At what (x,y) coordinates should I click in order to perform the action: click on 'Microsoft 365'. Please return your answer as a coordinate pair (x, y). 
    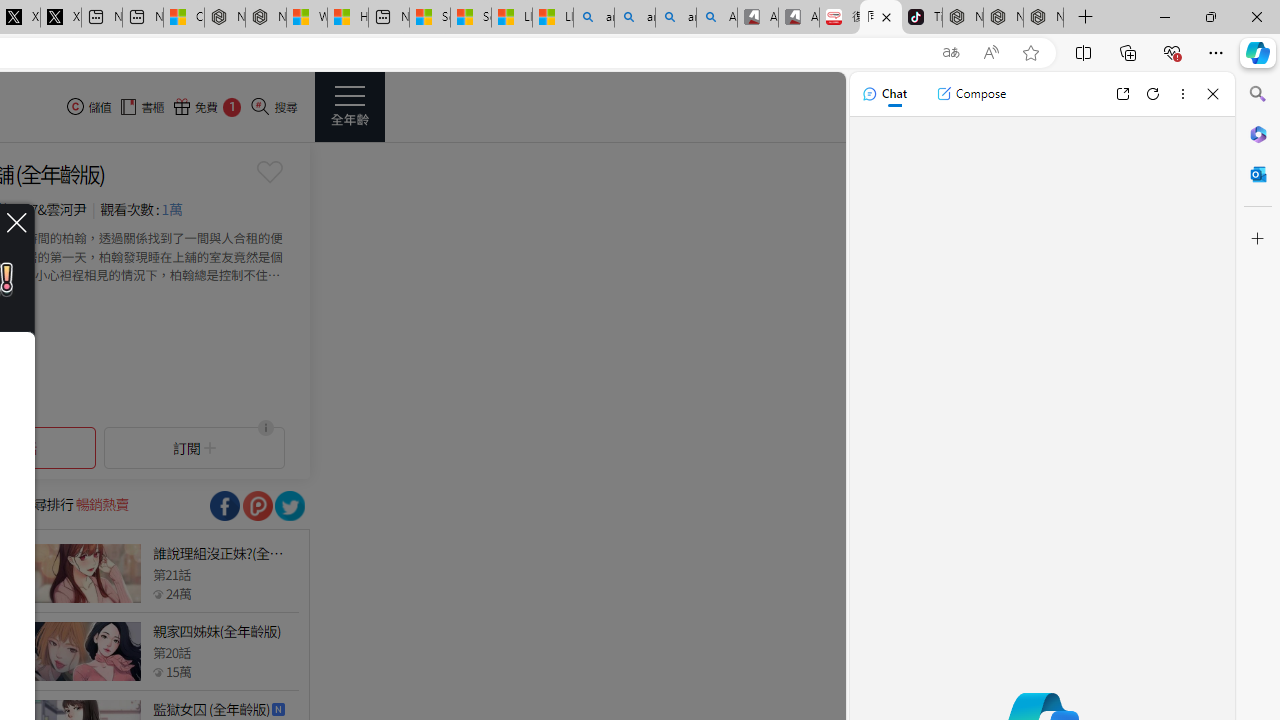
    Looking at the image, I should click on (1257, 133).